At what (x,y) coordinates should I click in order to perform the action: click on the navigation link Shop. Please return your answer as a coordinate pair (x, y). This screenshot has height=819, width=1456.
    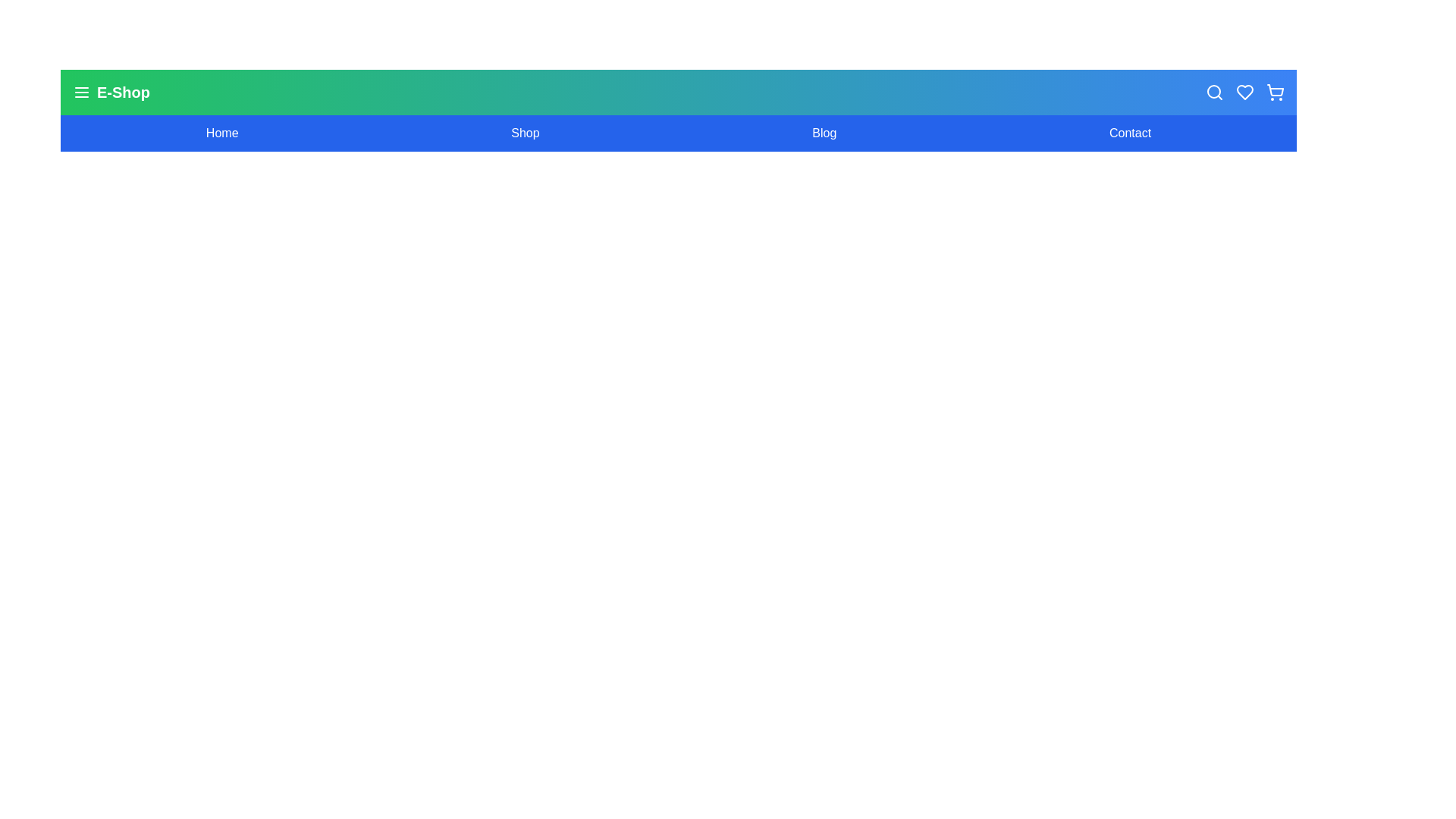
    Looking at the image, I should click on (524, 133).